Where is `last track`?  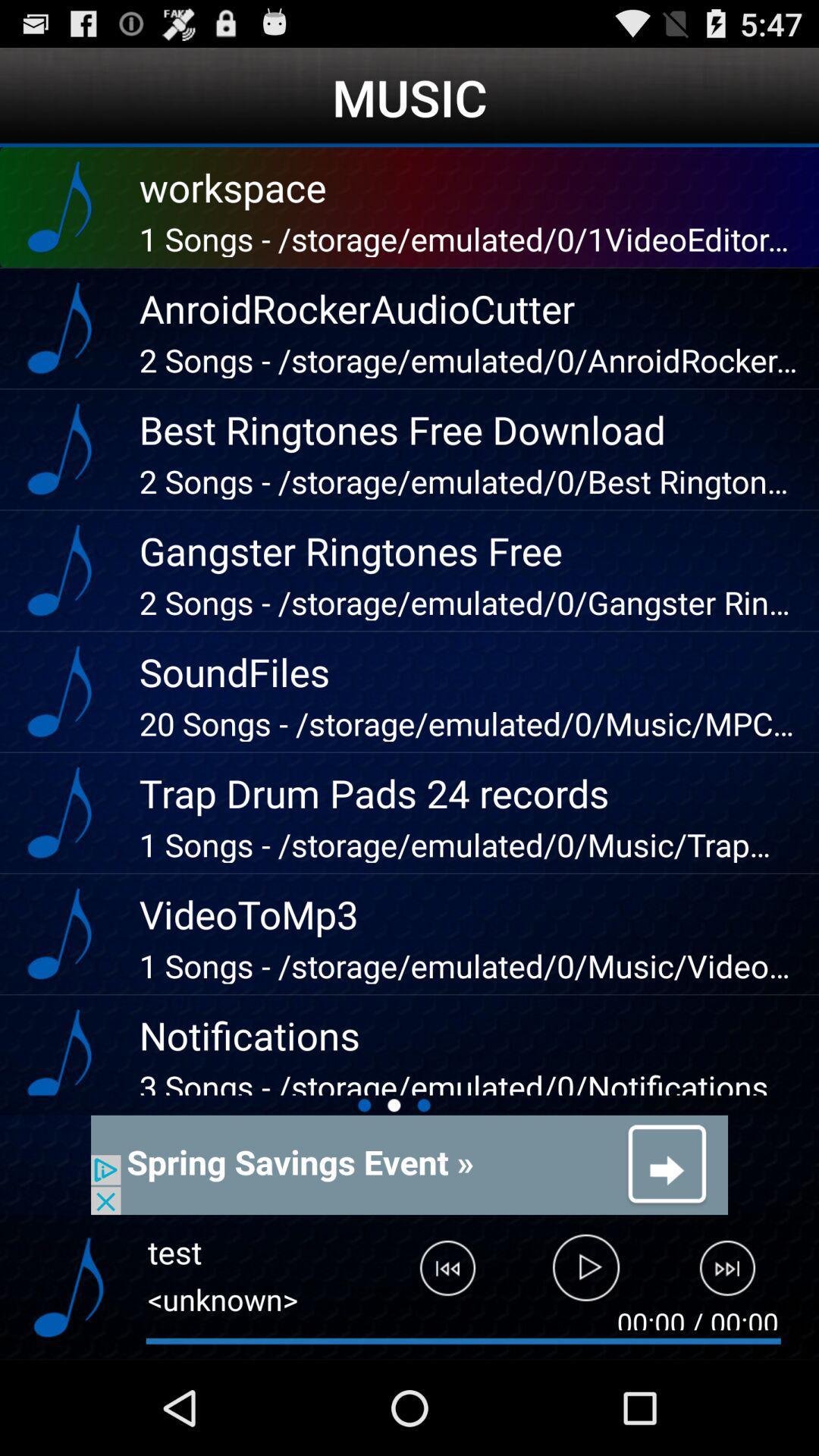
last track is located at coordinates (436, 1274).